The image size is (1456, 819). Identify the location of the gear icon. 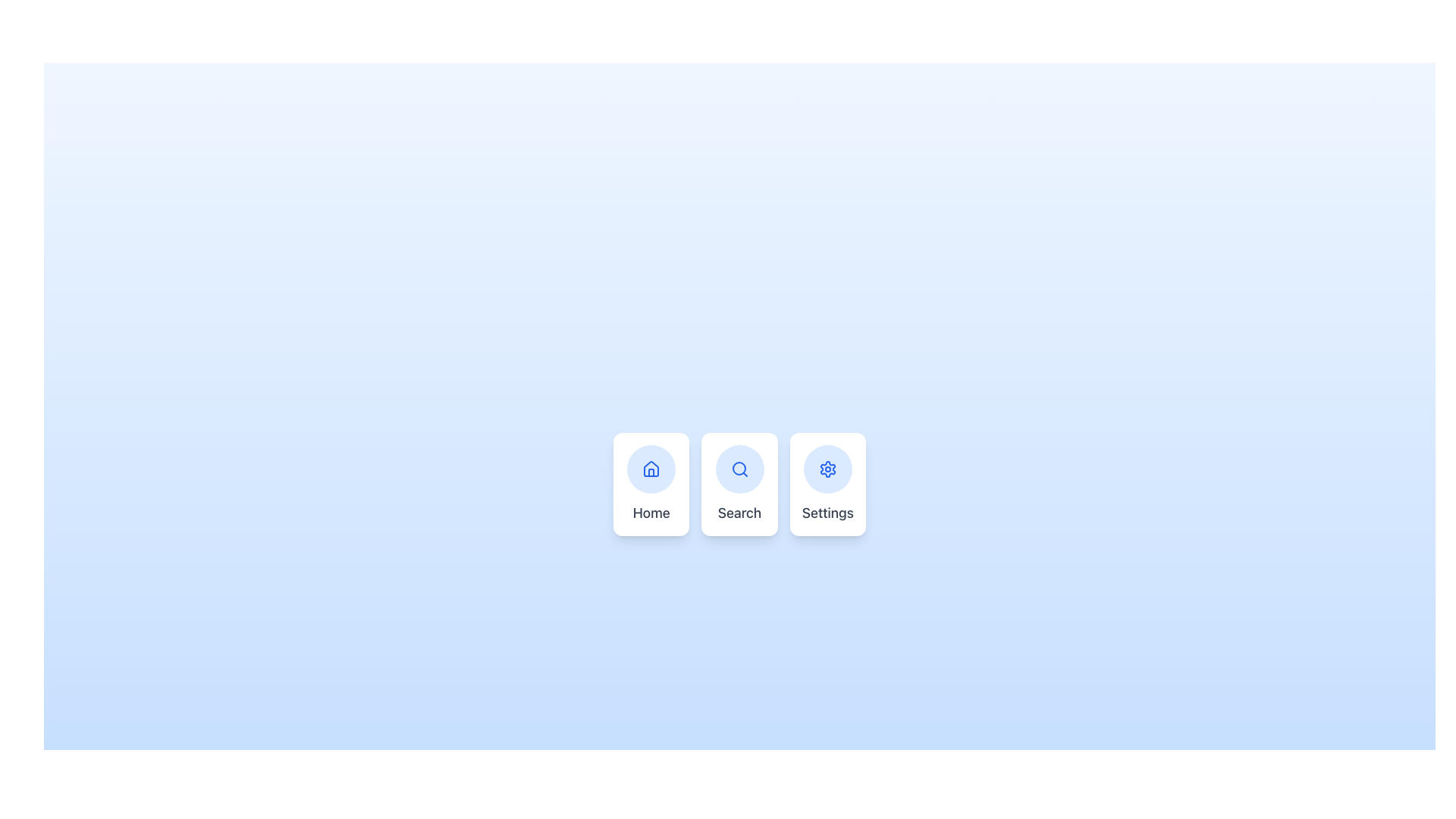
(827, 468).